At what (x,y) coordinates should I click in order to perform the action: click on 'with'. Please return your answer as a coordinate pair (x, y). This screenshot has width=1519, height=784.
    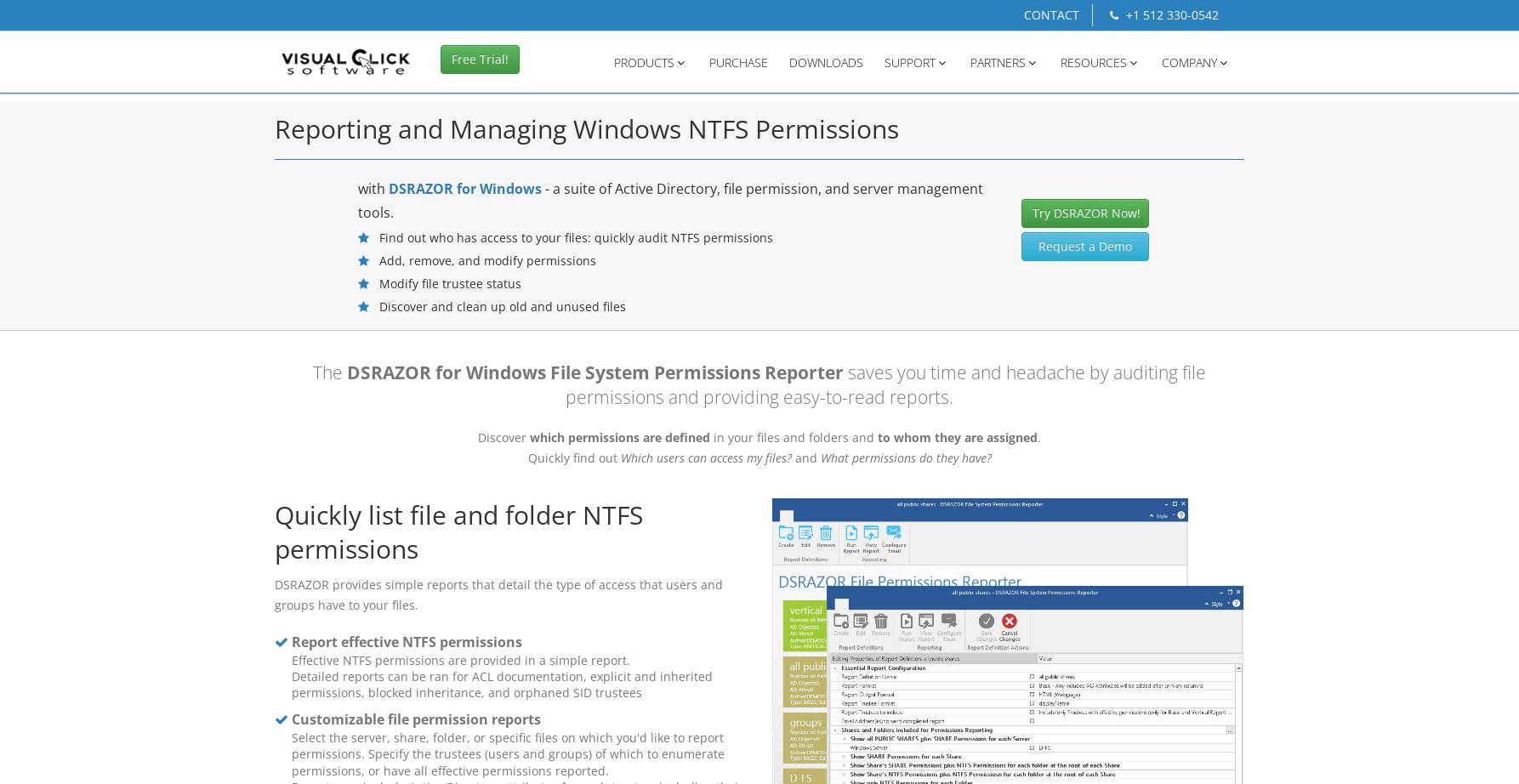
    Looking at the image, I should click on (357, 189).